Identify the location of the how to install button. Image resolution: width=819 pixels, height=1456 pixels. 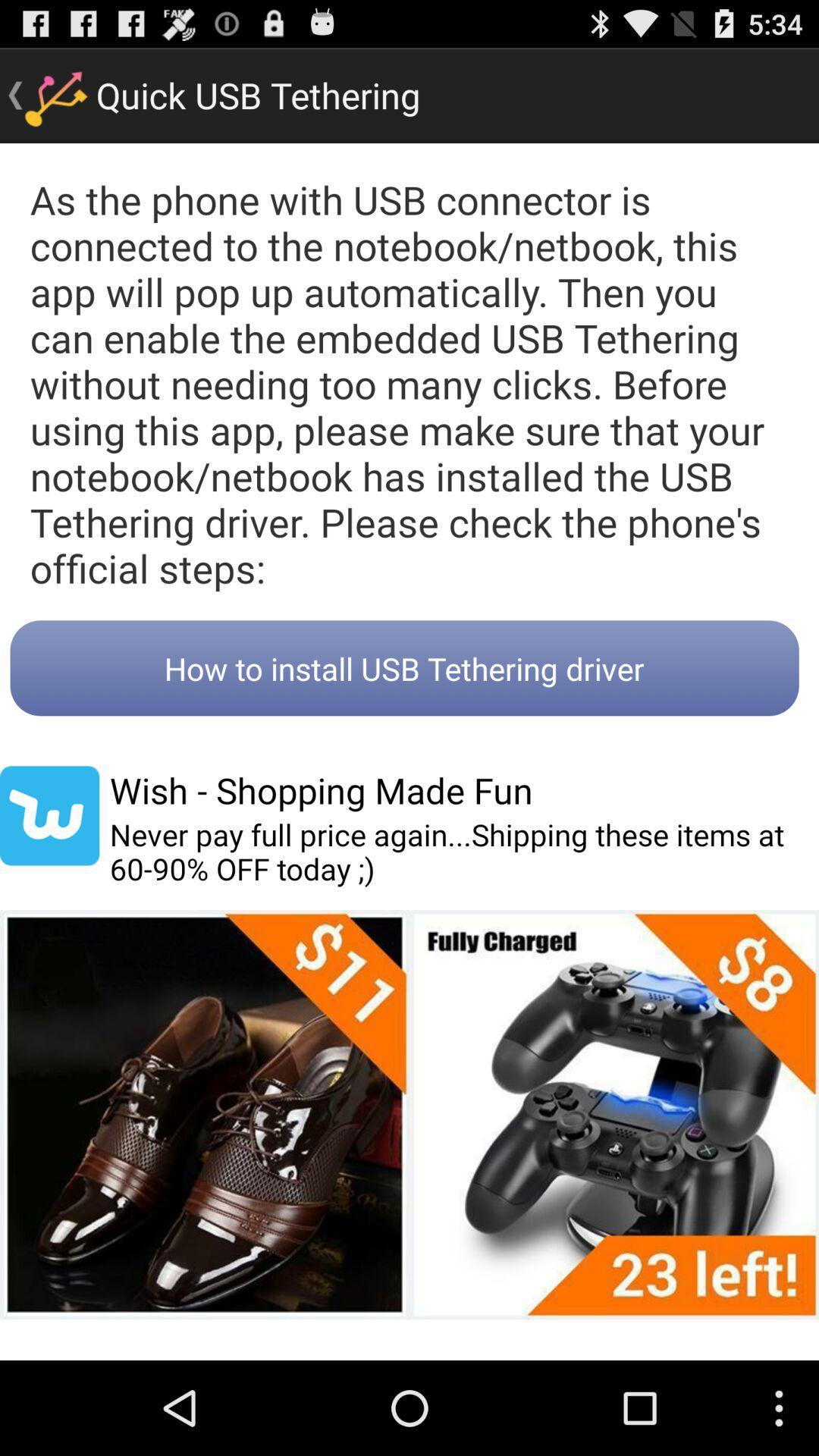
(403, 667).